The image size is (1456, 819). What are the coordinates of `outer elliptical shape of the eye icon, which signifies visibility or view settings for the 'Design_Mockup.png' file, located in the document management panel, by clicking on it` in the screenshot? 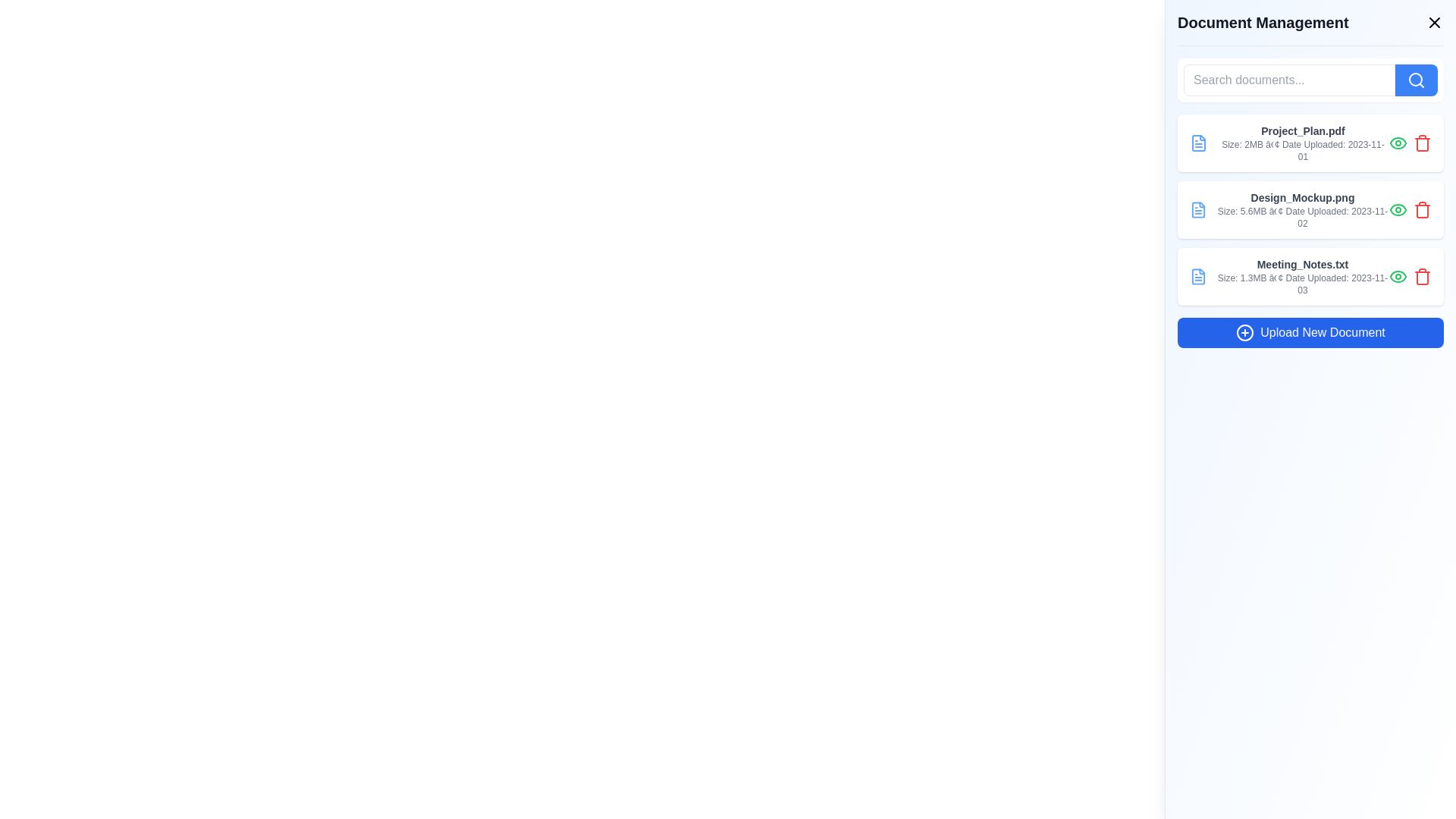 It's located at (1397, 210).